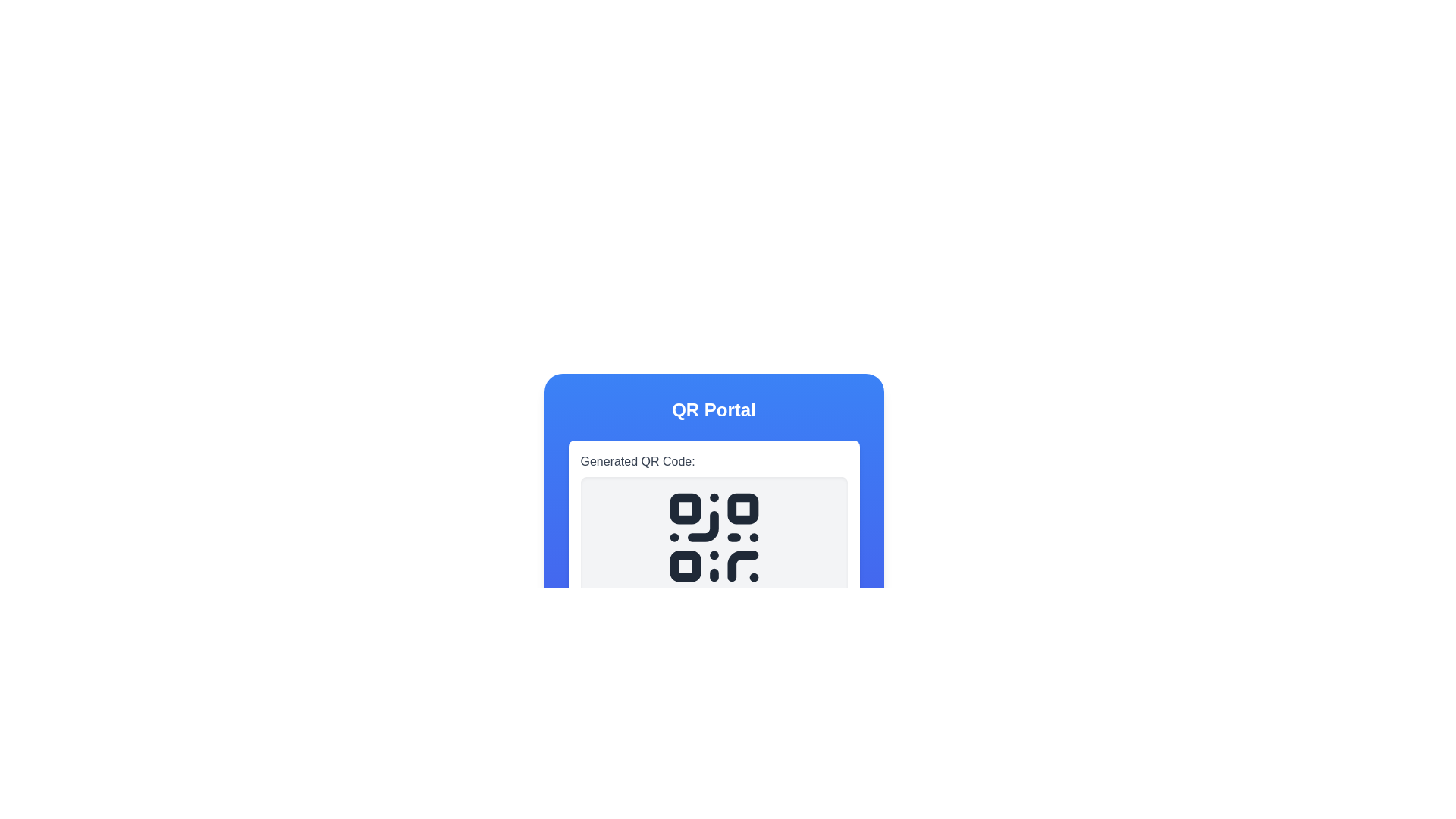 This screenshot has width=1456, height=819. What do you see at coordinates (684, 509) in the screenshot?
I see `the small square component located at the top left corner of the QR code design, which is styled as a filled square with rounded corners and is part of the QR code's grid-like structure` at bounding box center [684, 509].